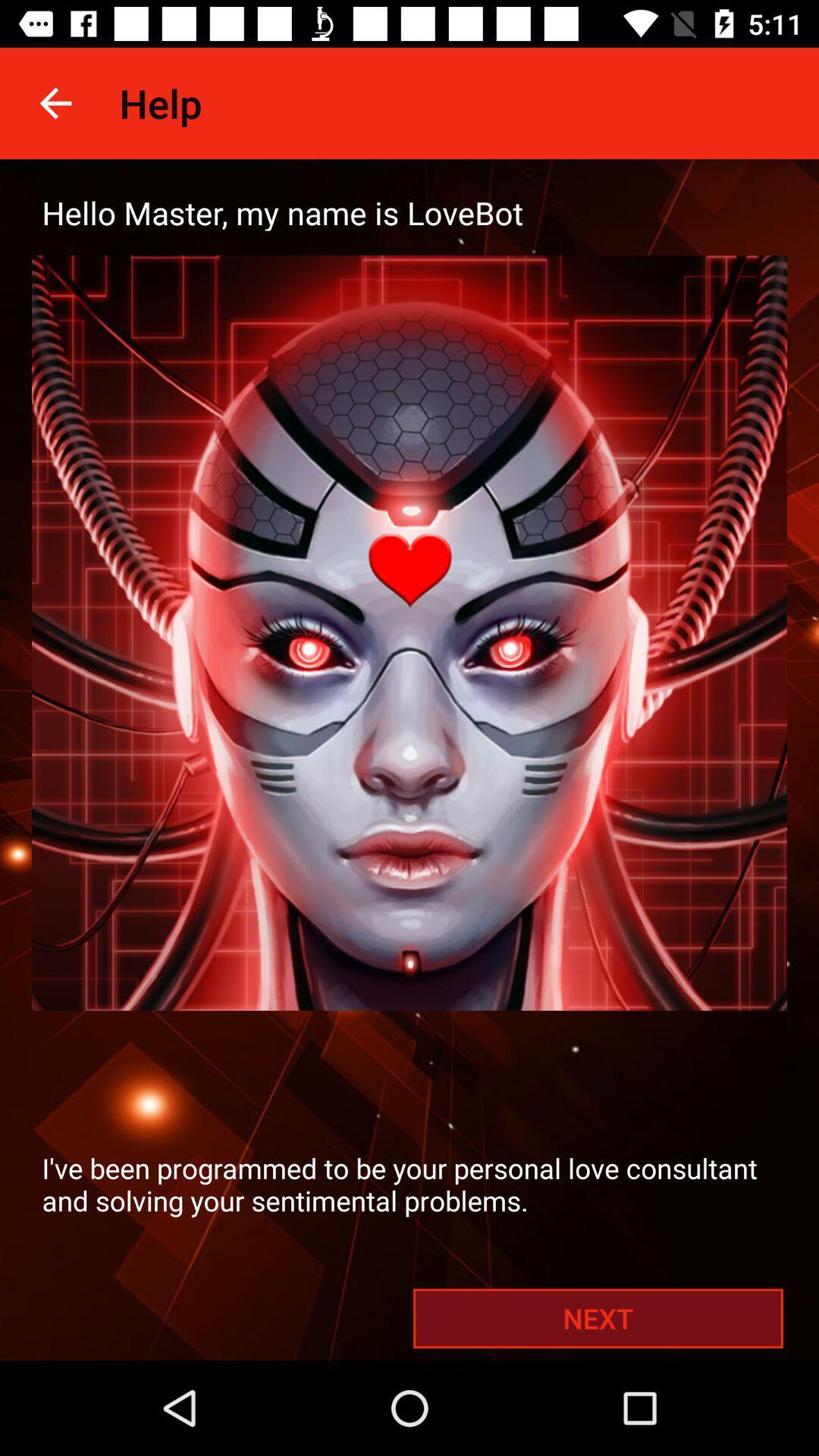 The width and height of the screenshot is (819, 1456). What do you see at coordinates (55, 102) in the screenshot?
I see `item next to the help item` at bounding box center [55, 102].